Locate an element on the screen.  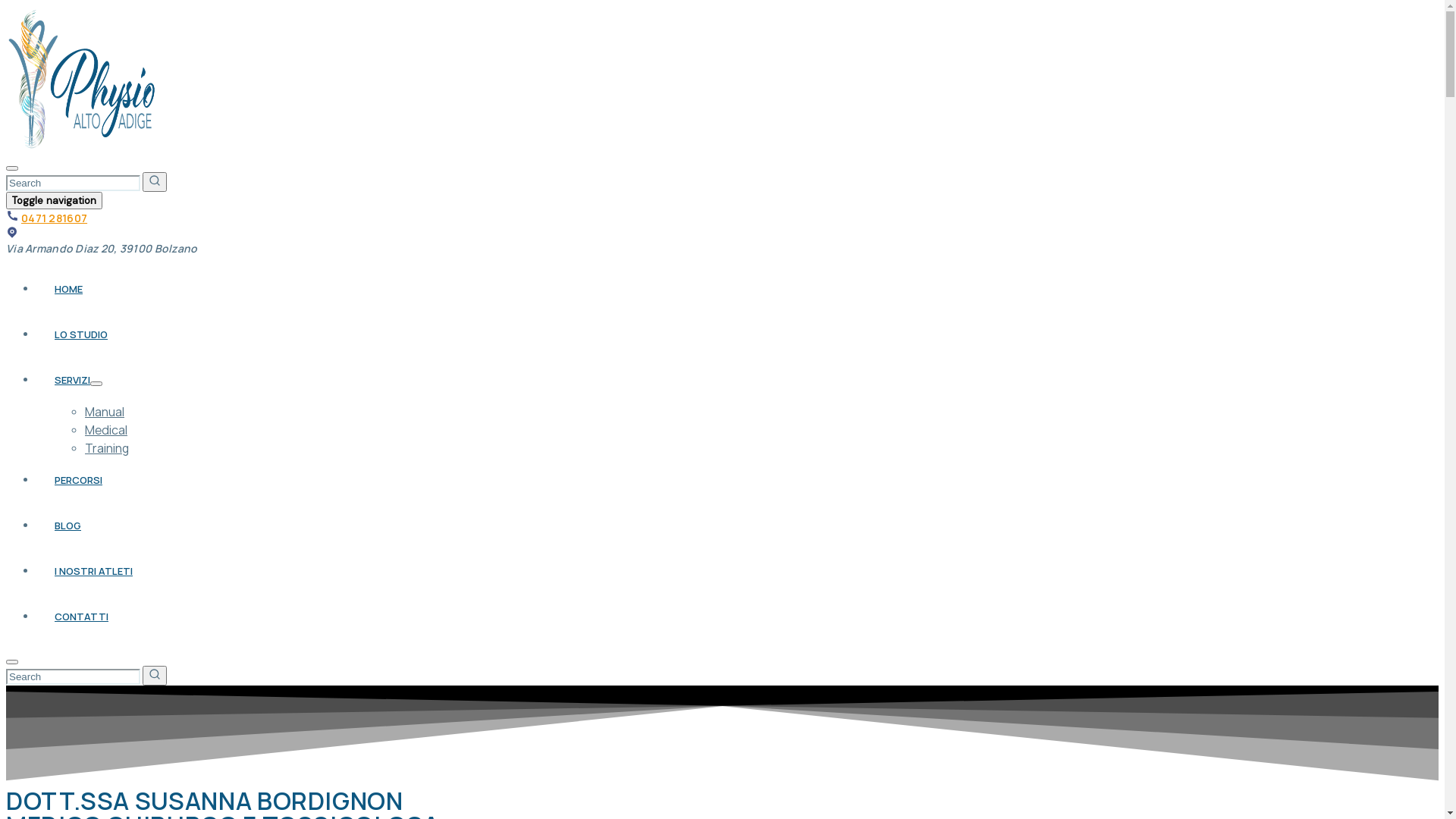
'Manual' is located at coordinates (83, 412).